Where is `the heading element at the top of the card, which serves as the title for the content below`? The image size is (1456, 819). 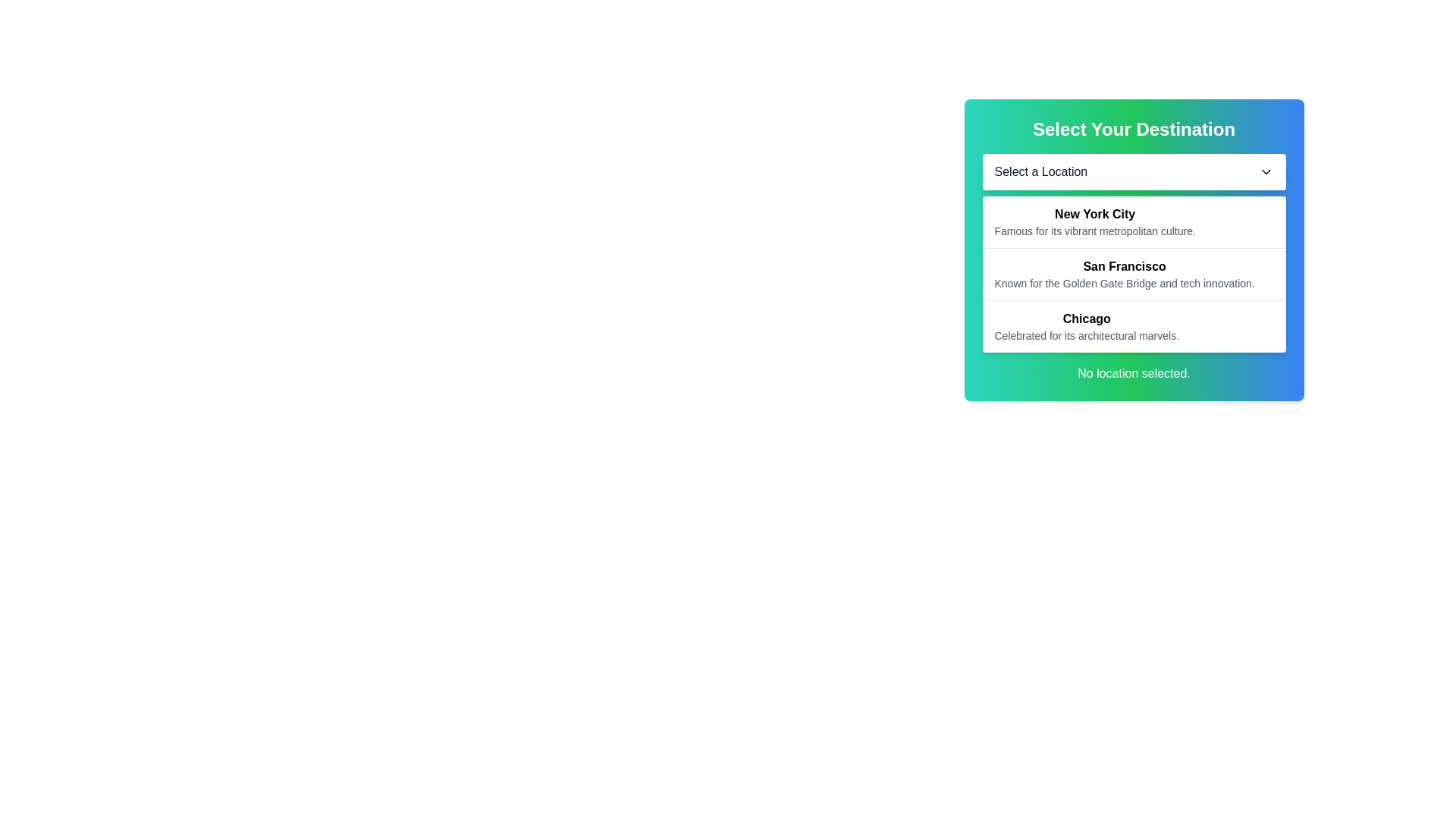 the heading element at the top of the card, which serves as the title for the content below is located at coordinates (1134, 128).